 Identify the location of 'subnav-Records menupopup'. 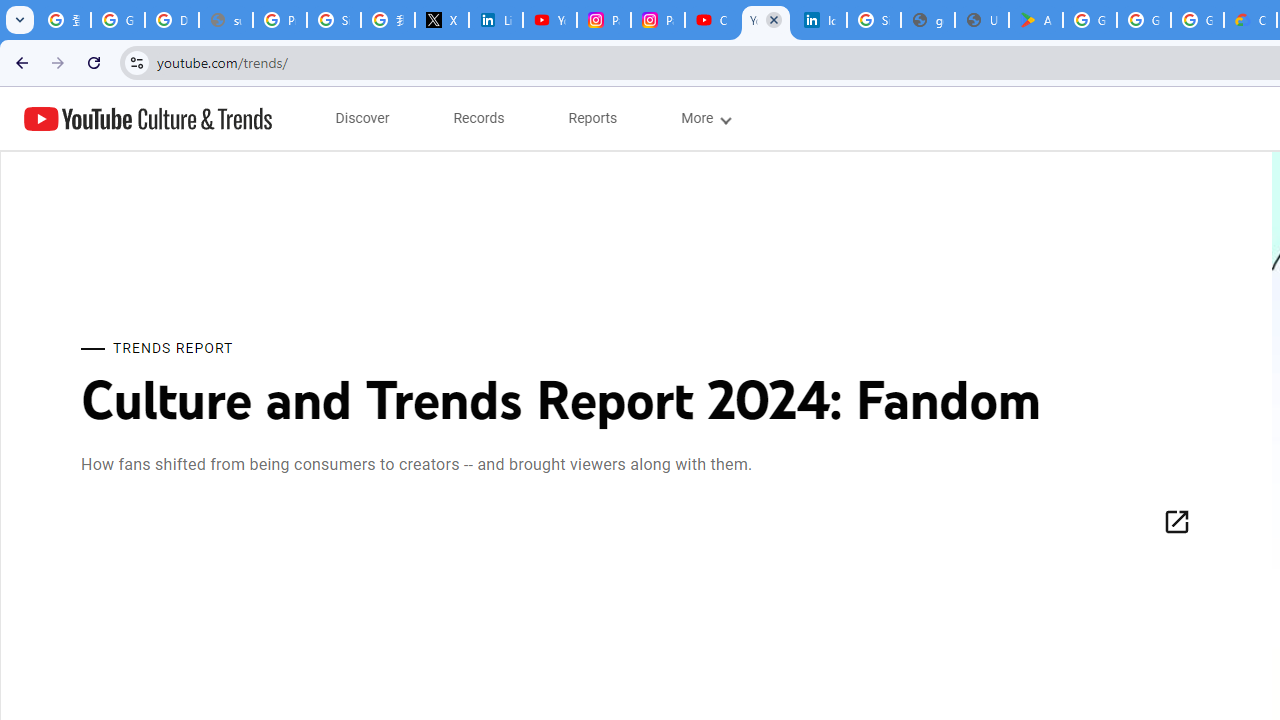
(478, 118).